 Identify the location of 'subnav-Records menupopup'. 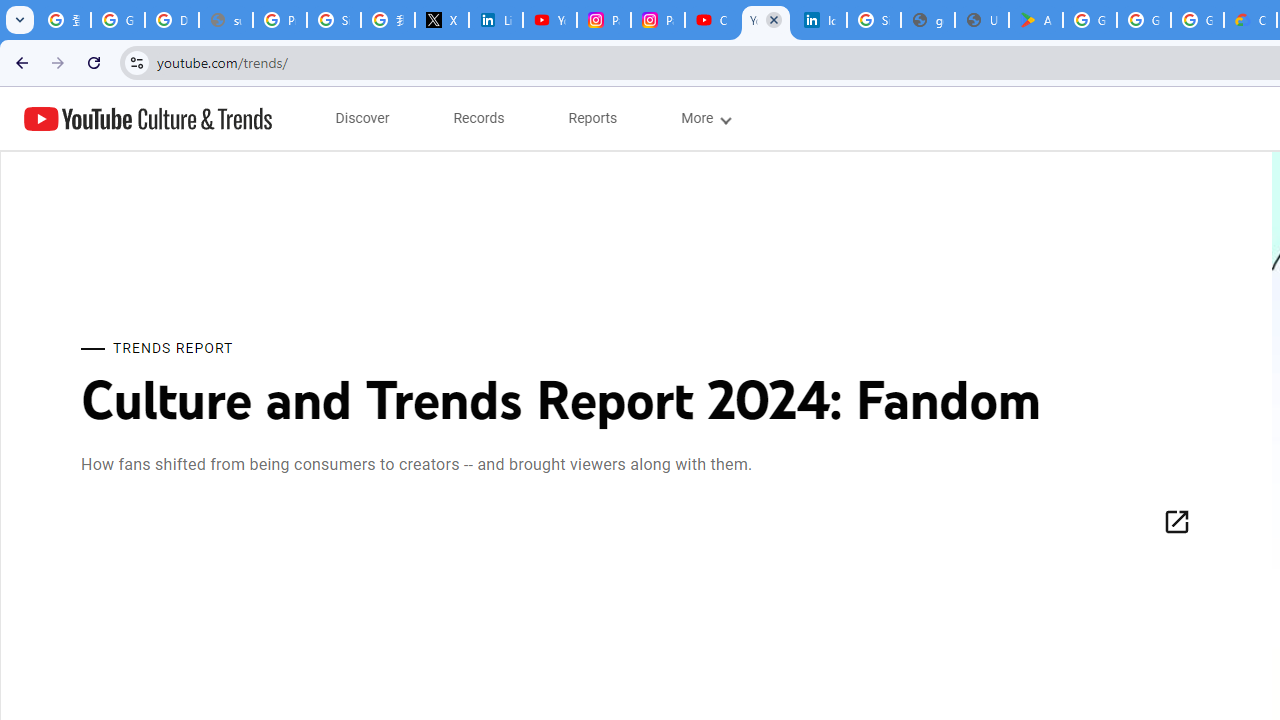
(478, 118).